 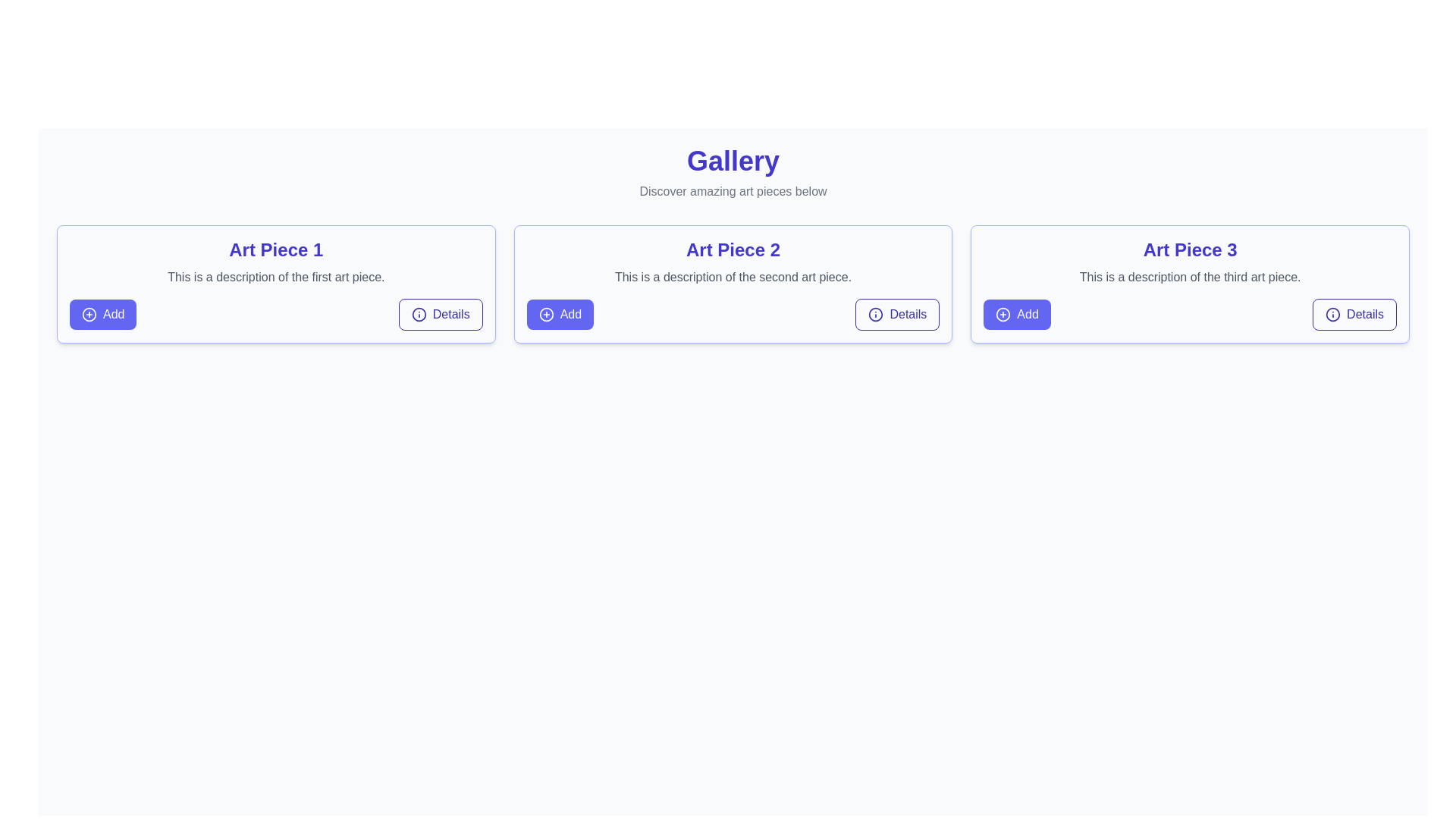 What do you see at coordinates (1354, 314) in the screenshot?
I see `the 'Details' button with an indigo outline and an 'info' icon` at bounding box center [1354, 314].